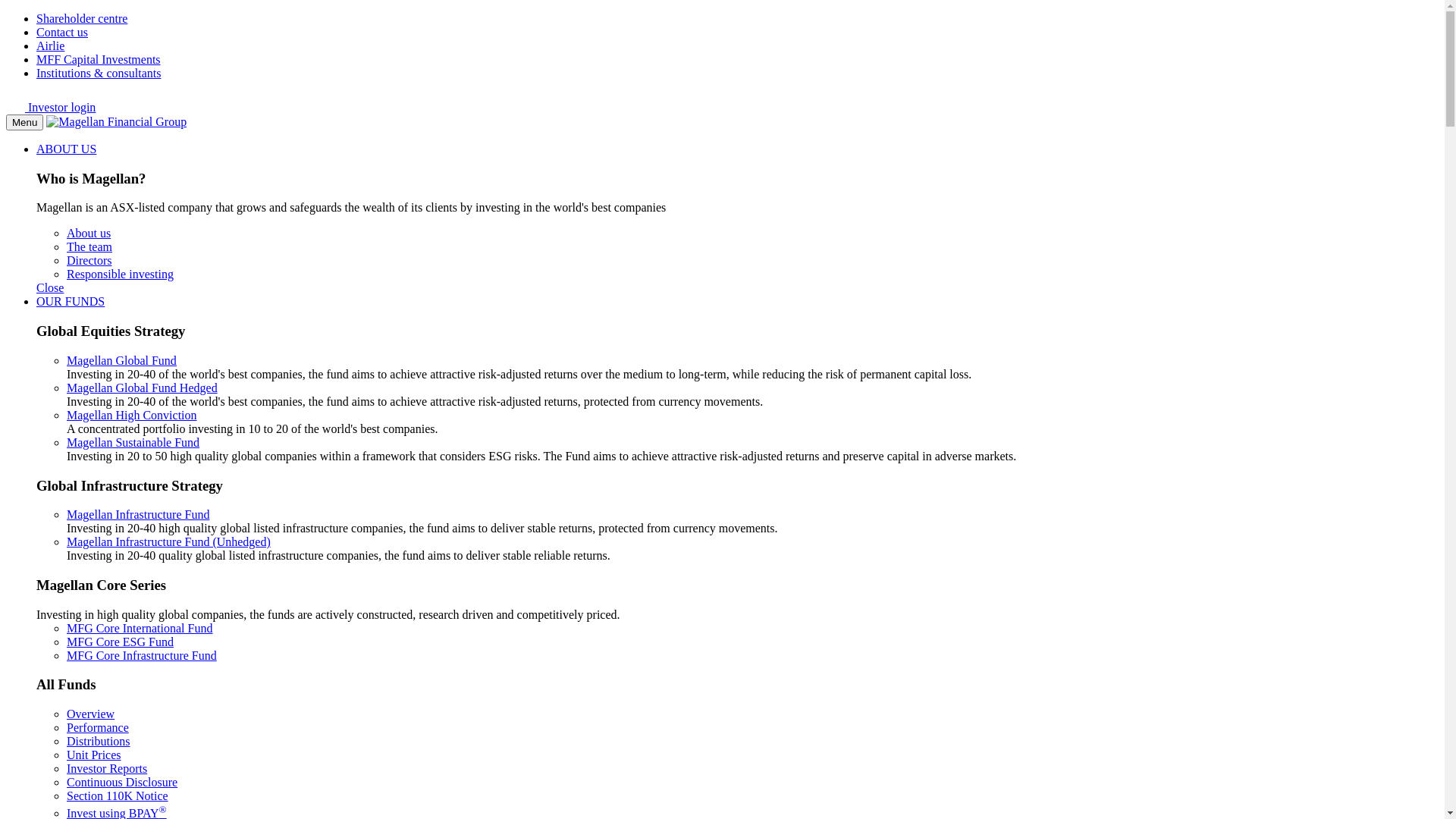 The image size is (1456, 819). Describe the element at coordinates (65, 642) in the screenshot. I see `'MFG Core ESG Fund'` at that location.